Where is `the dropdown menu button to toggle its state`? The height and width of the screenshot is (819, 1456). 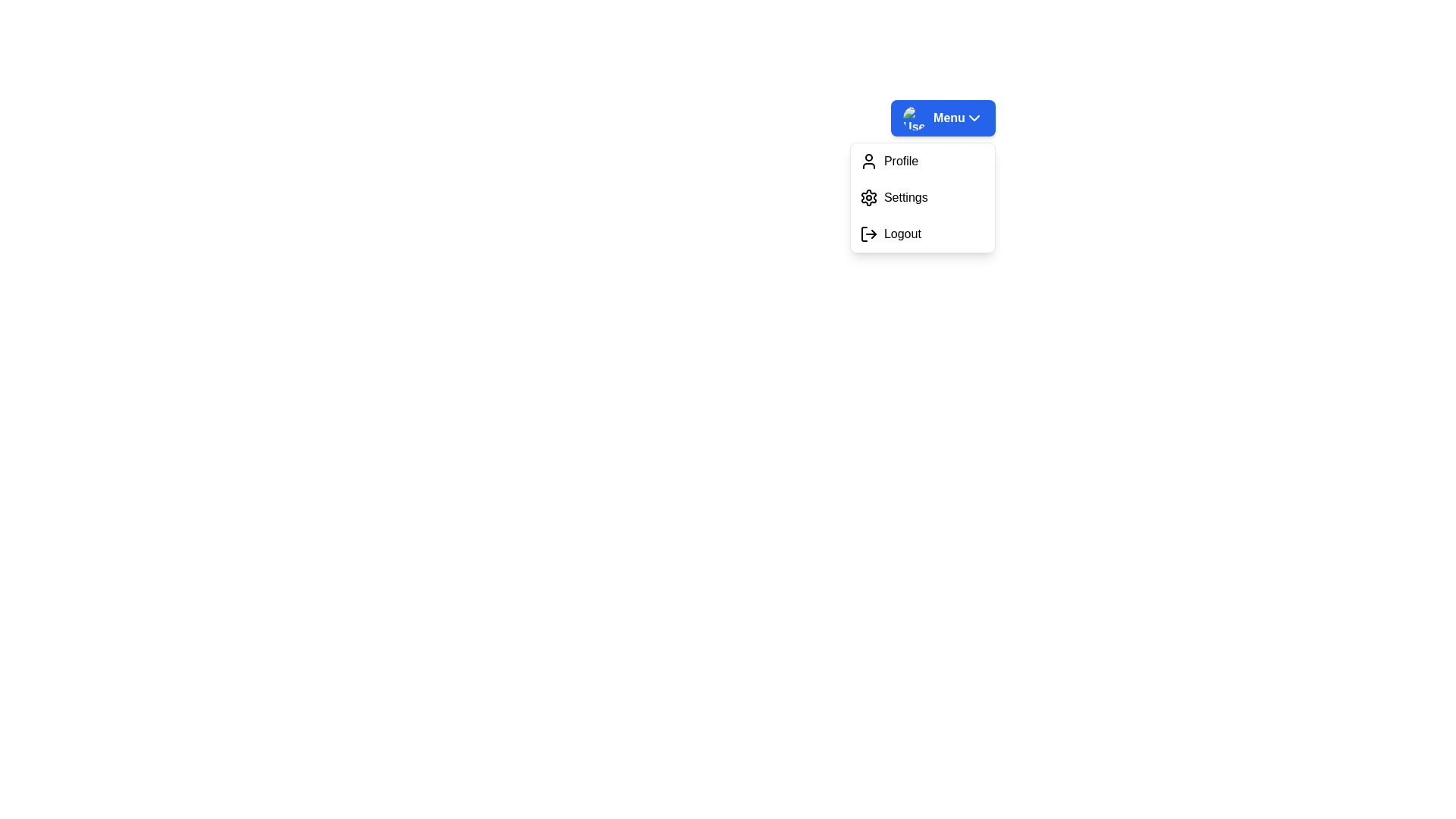
the dropdown menu button to toggle its state is located at coordinates (942, 117).